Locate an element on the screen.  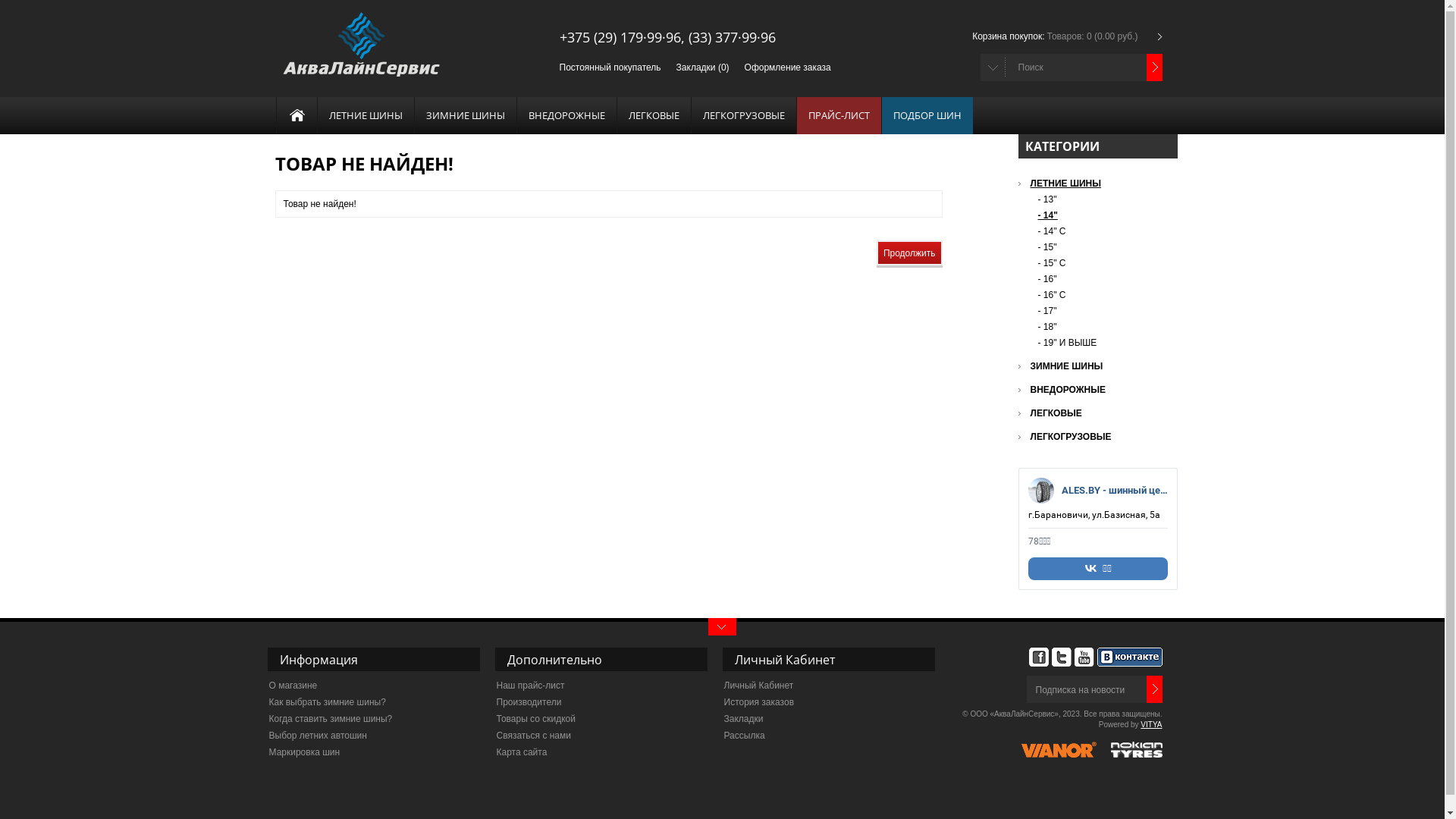
'- 16" C' is located at coordinates (1102, 295).